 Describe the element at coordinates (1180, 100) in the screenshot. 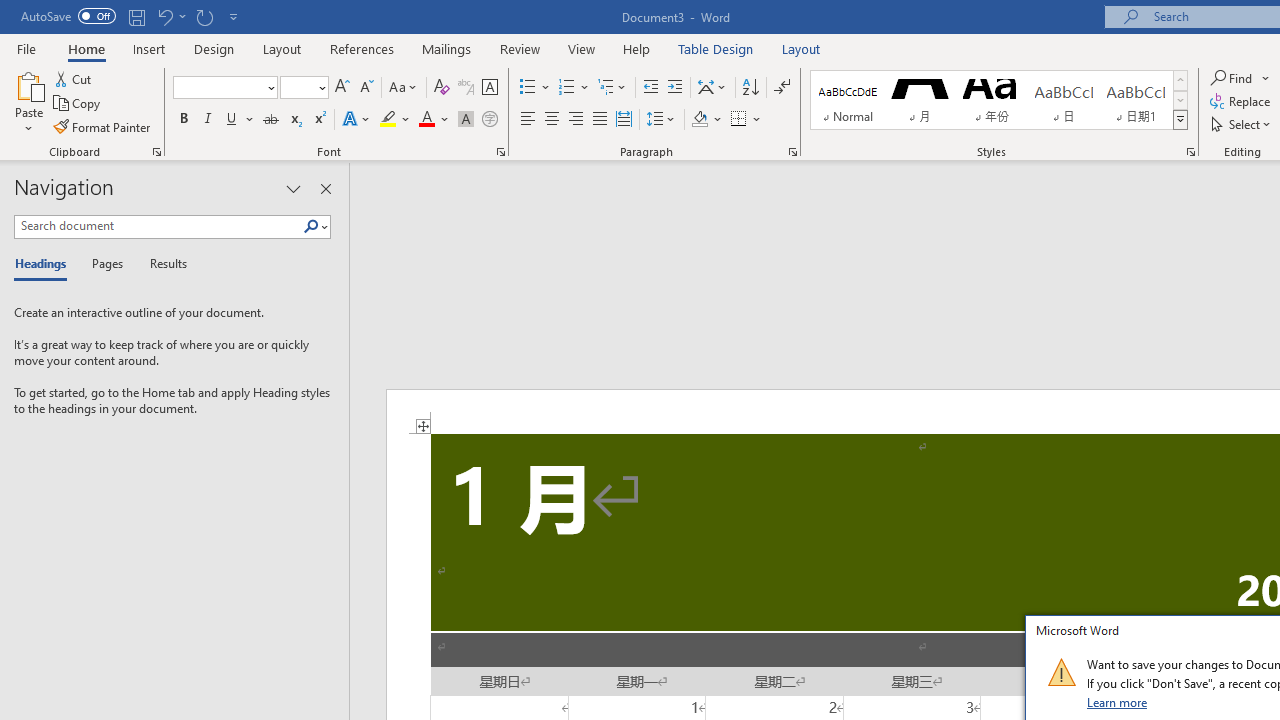

I see `'Row Down'` at that location.